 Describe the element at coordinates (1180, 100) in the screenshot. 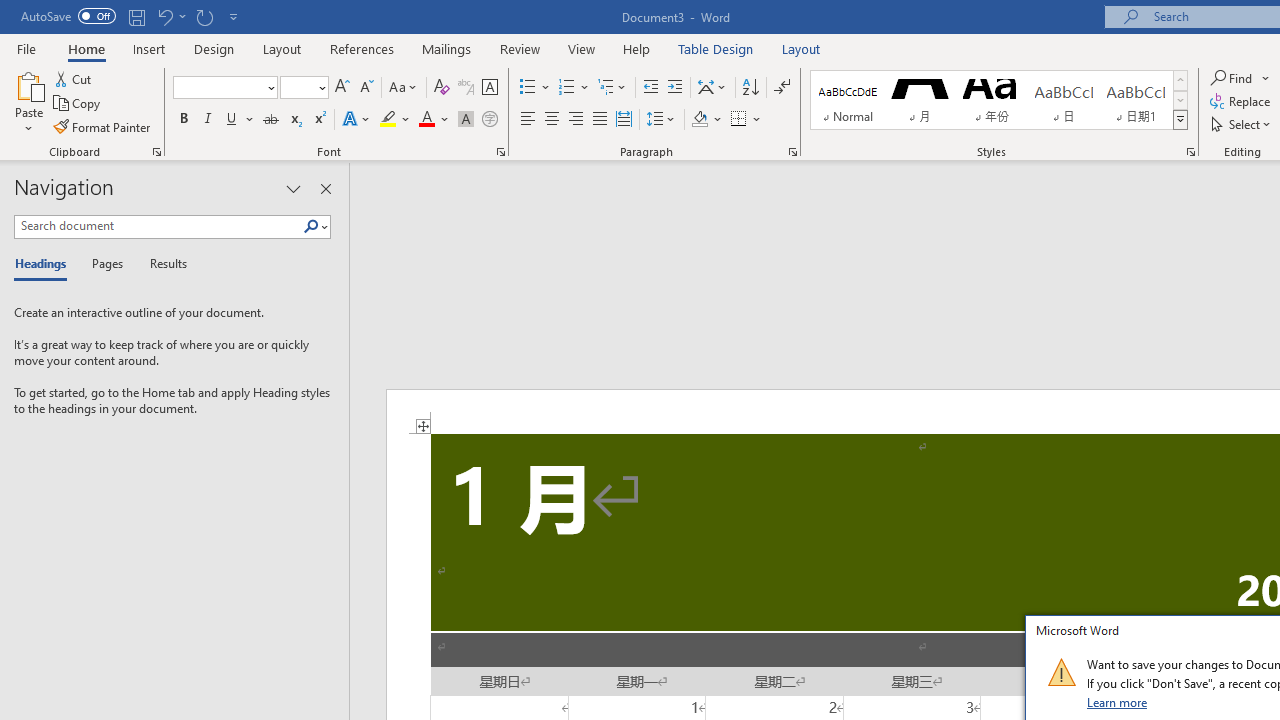

I see `'Row Down'` at that location.